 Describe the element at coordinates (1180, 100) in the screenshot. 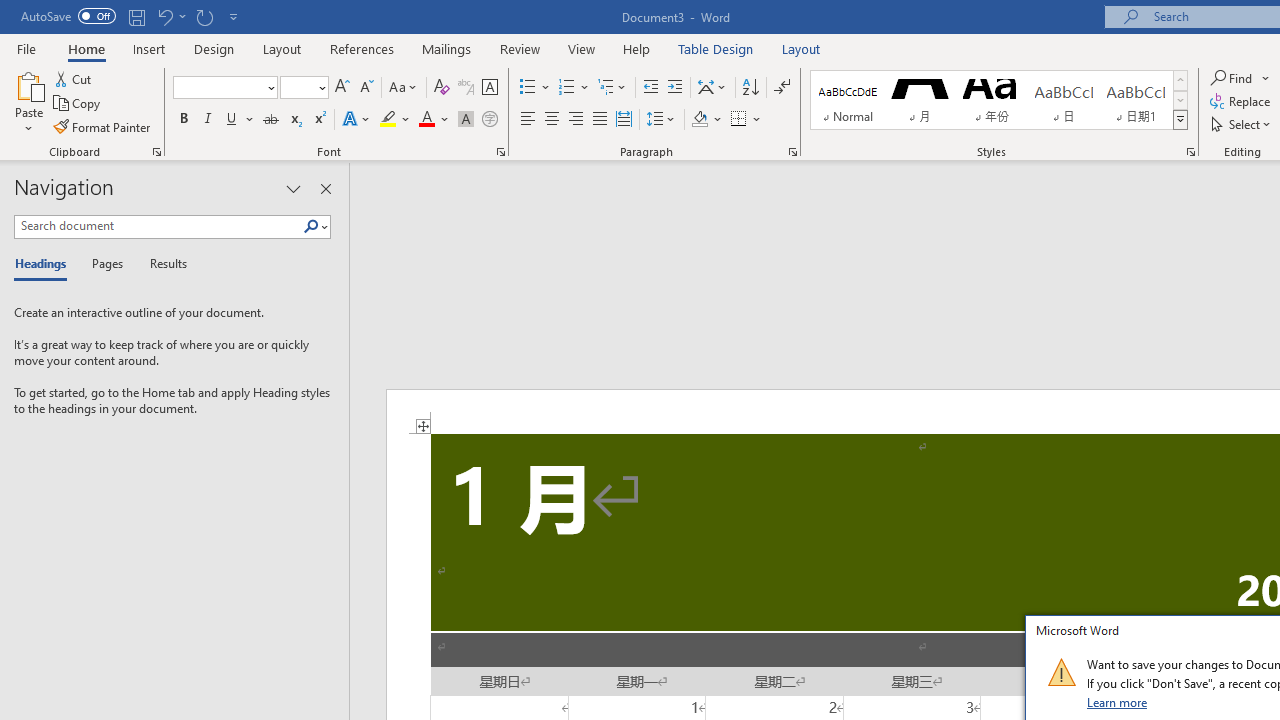

I see `'Row Down'` at that location.